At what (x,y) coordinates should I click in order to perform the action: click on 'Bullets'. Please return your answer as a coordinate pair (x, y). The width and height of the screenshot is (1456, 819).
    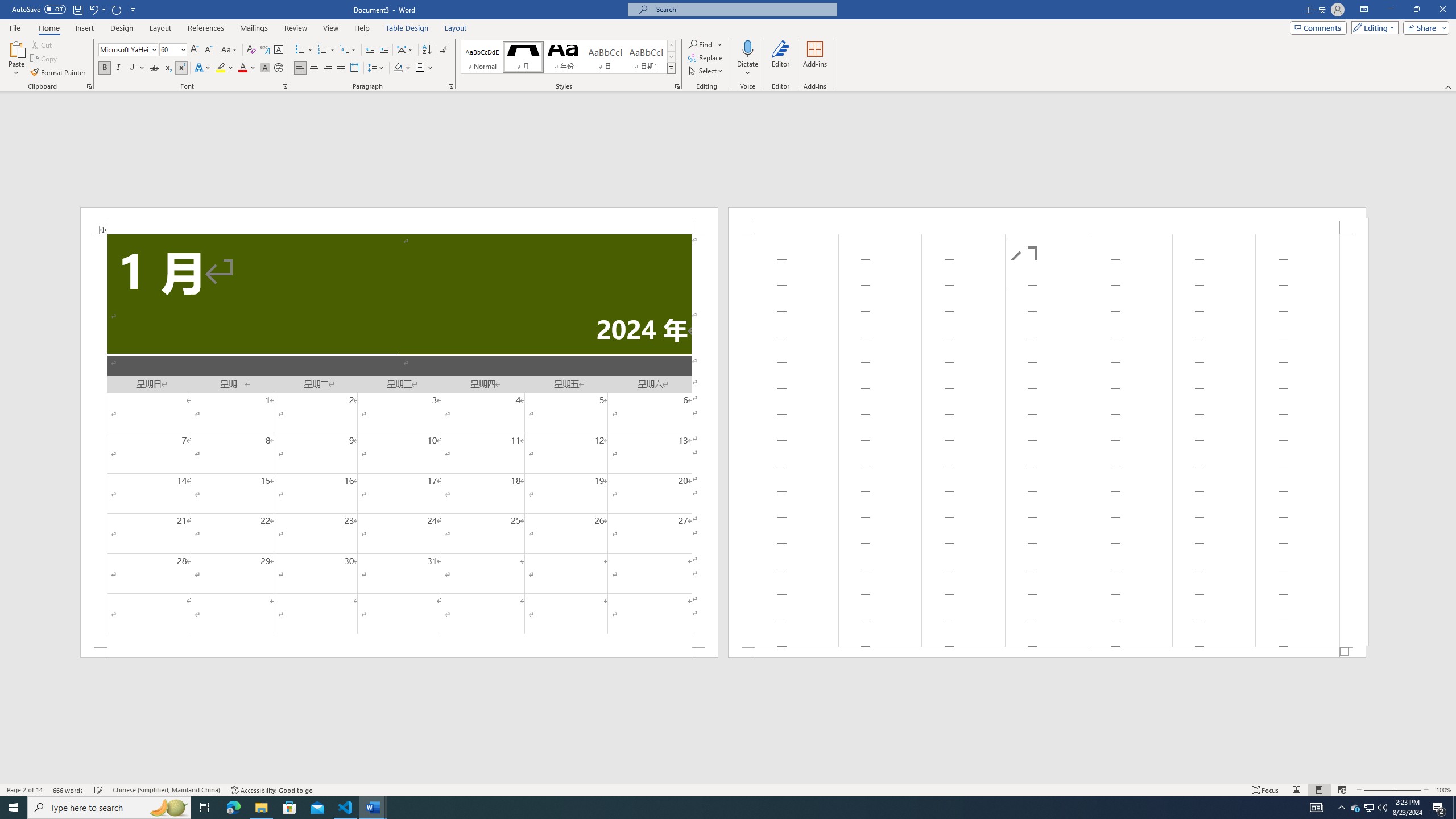
    Looking at the image, I should click on (304, 49).